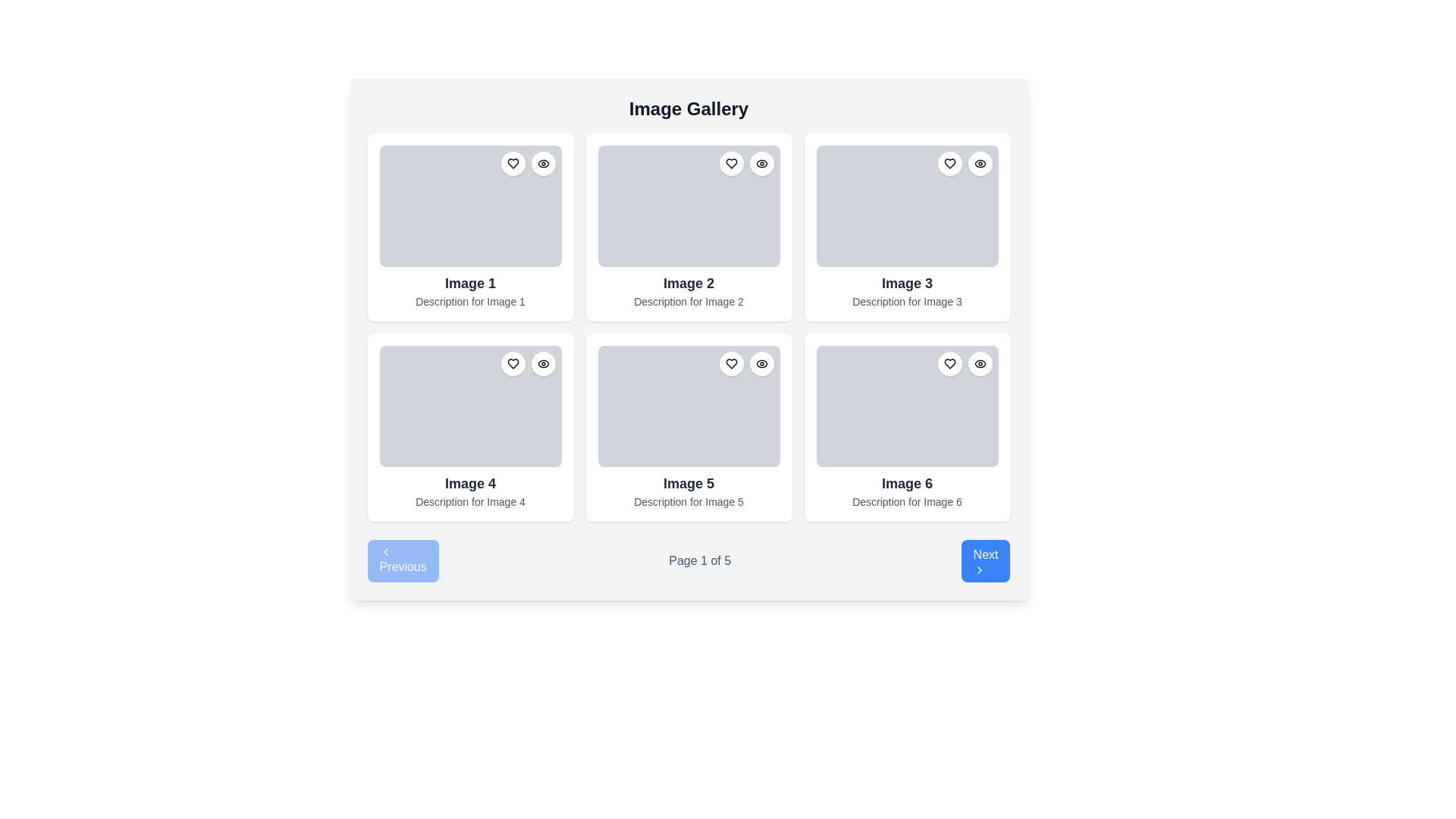 The height and width of the screenshot is (819, 1456). I want to click on the eye icon in the top-right corner of the second card labeled 'Image 2' in the image gallery, so click(761, 164).